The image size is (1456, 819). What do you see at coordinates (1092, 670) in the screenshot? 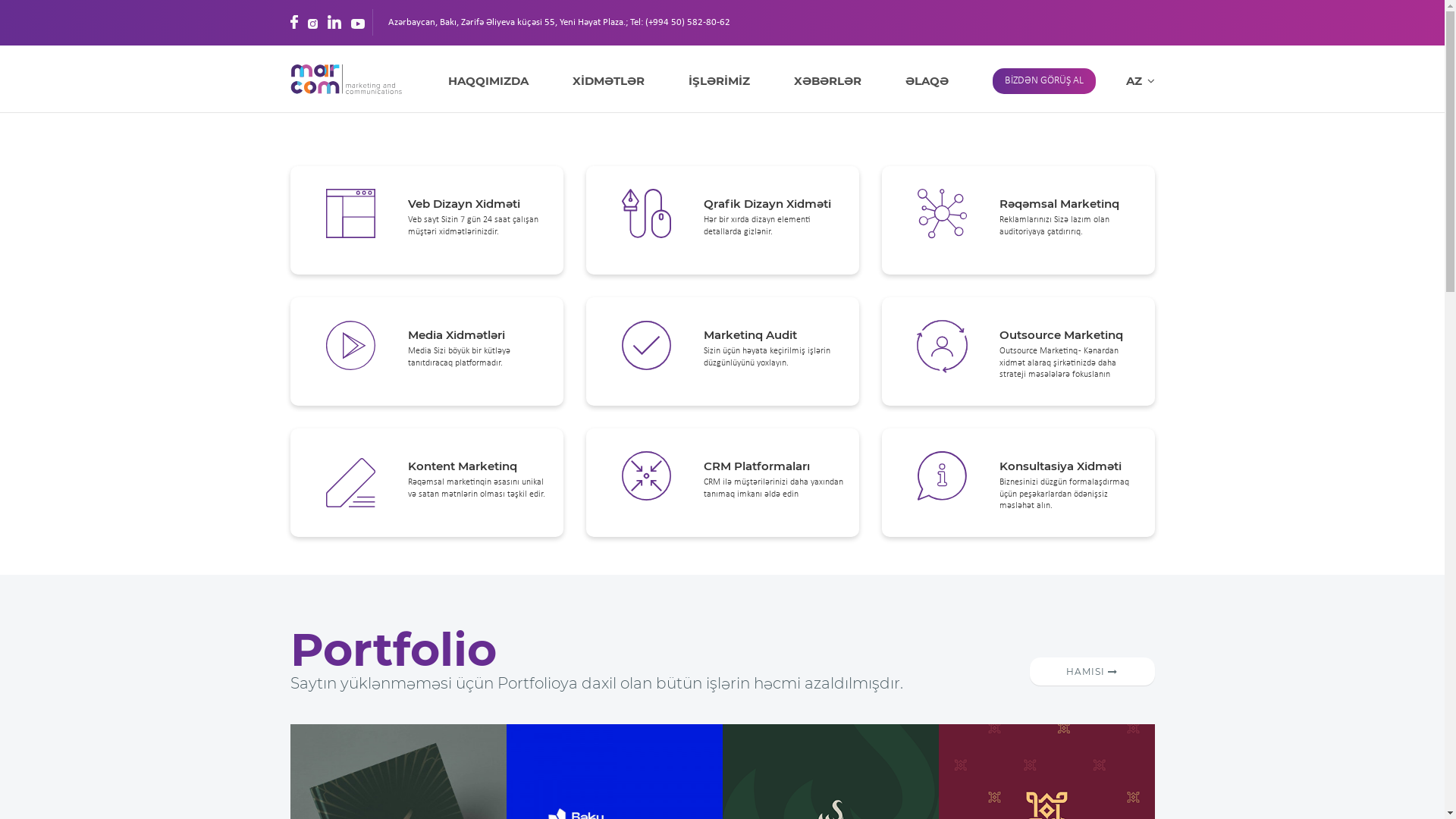
I see `'HAMISI'` at bounding box center [1092, 670].